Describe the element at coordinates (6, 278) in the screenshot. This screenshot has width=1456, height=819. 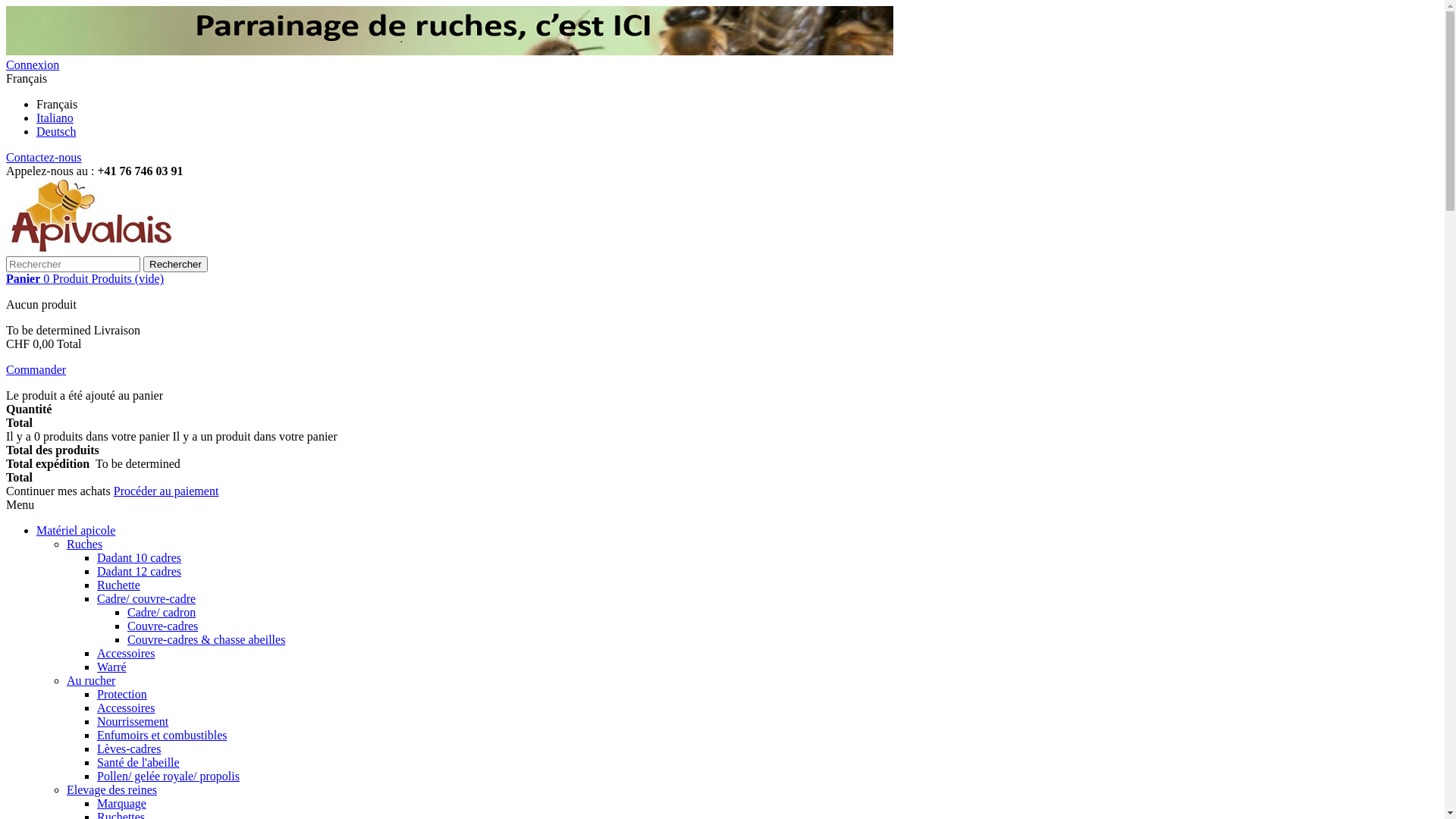
I see `'Panier 0 Produit Produits (vide)'` at that location.